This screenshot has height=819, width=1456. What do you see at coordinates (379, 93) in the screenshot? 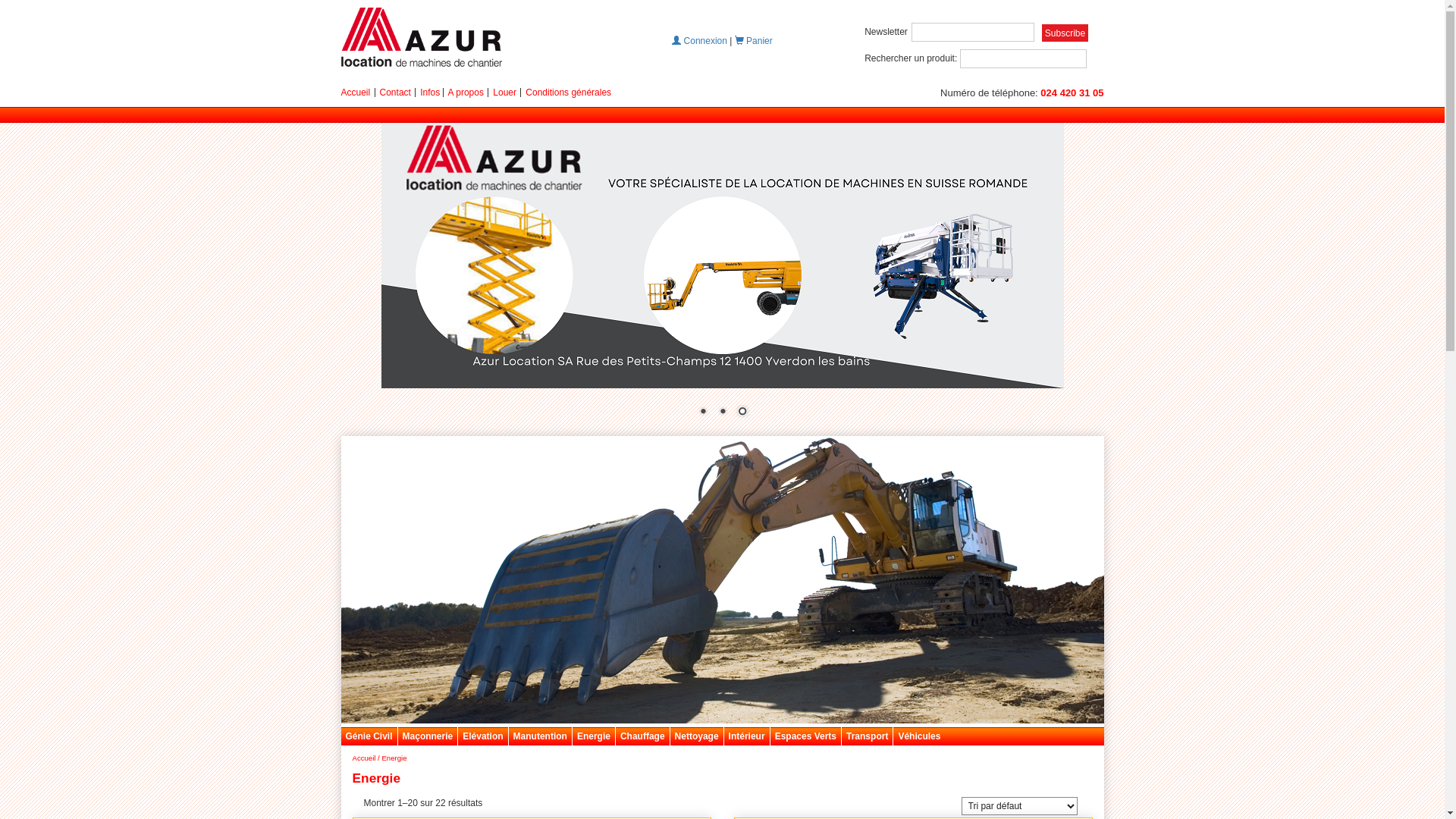
I see `'Contact'` at bounding box center [379, 93].